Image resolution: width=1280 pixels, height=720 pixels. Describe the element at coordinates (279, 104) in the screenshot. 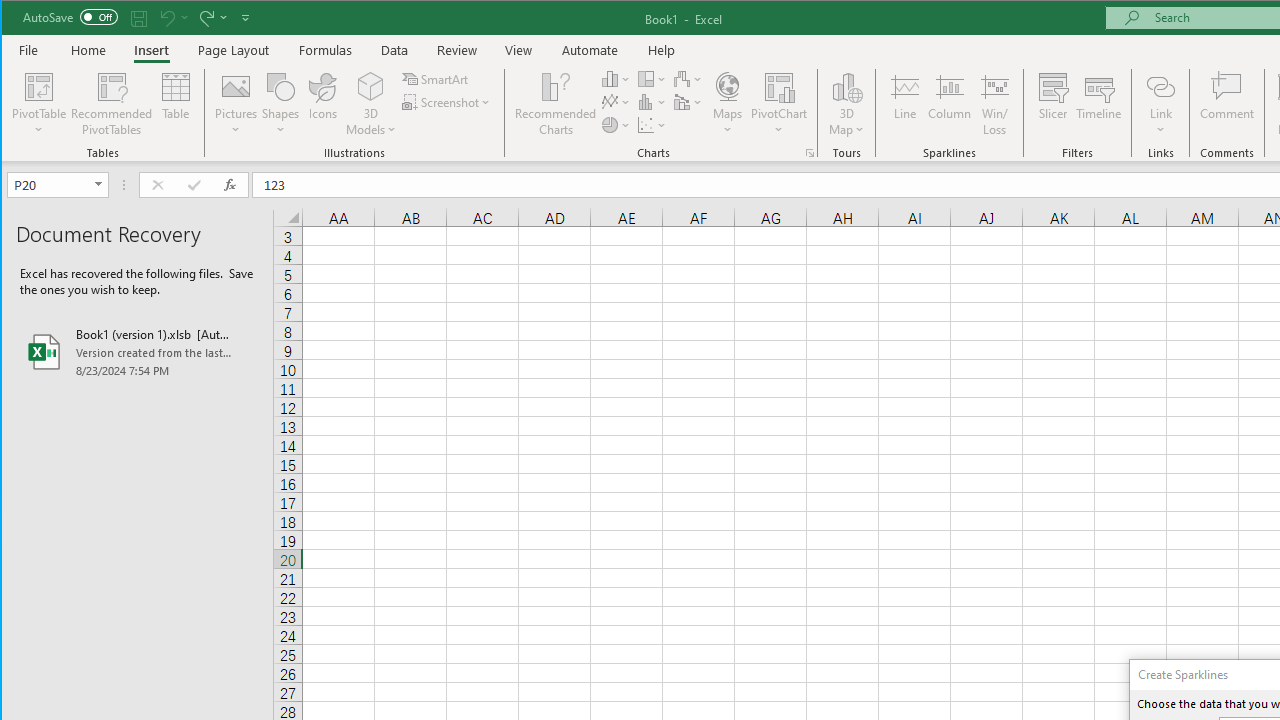

I see `'Shapes'` at that location.